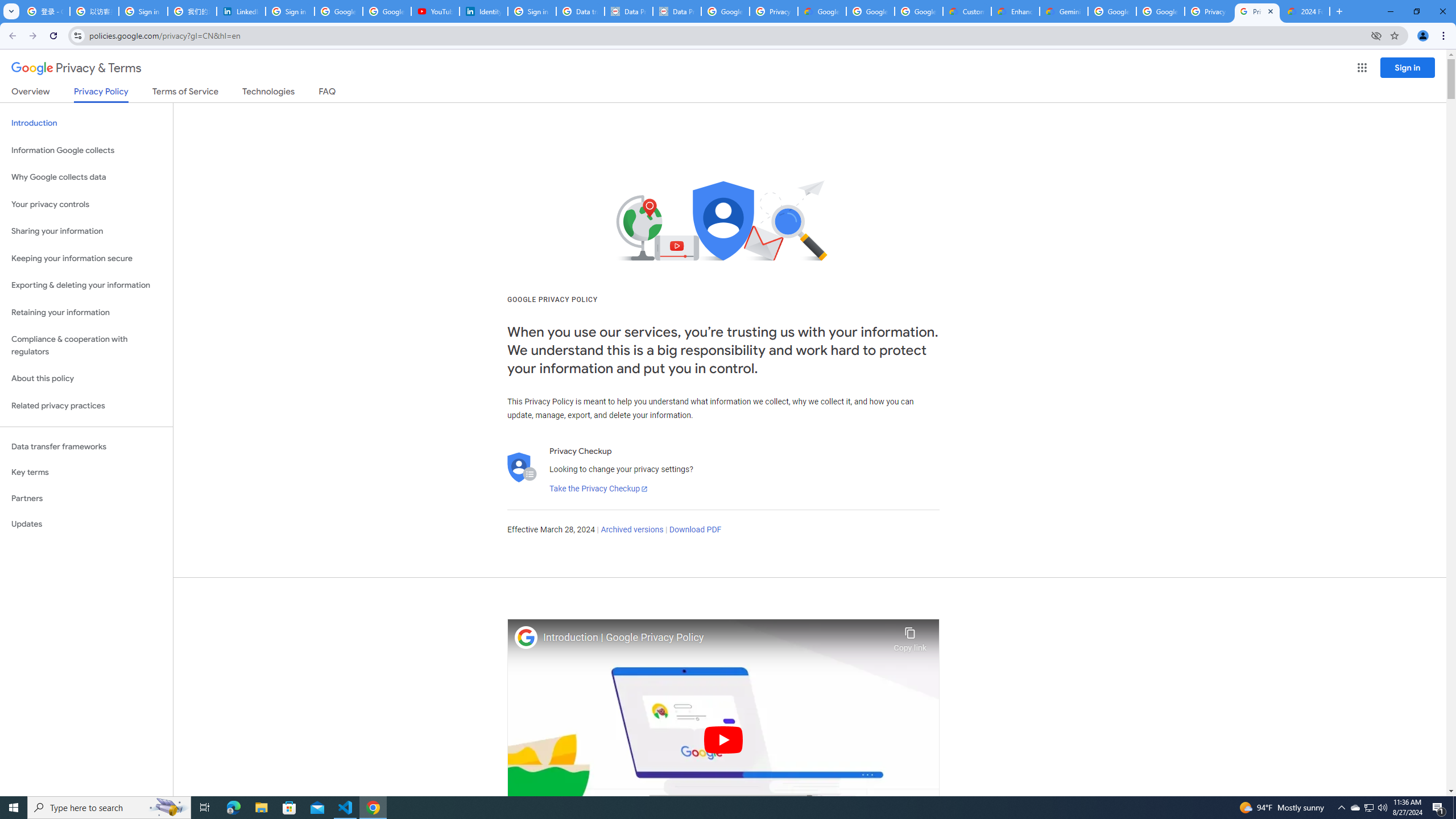 Image resolution: width=1456 pixels, height=819 pixels. What do you see at coordinates (86, 176) in the screenshot?
I see `'Why Google collects data'` at bounding box center [86, 176].